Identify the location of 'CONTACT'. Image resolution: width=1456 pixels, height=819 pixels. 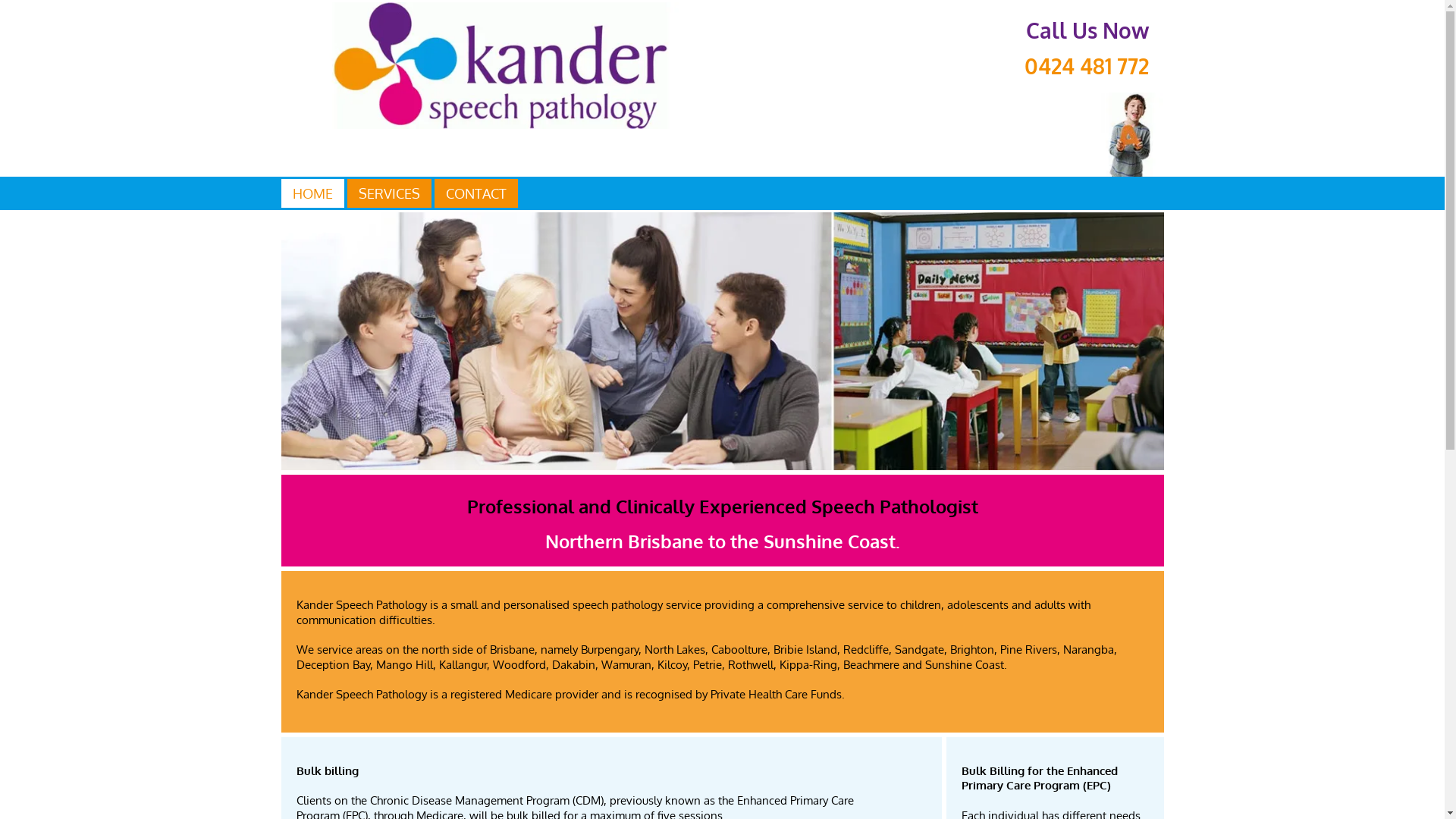
(475, 192).